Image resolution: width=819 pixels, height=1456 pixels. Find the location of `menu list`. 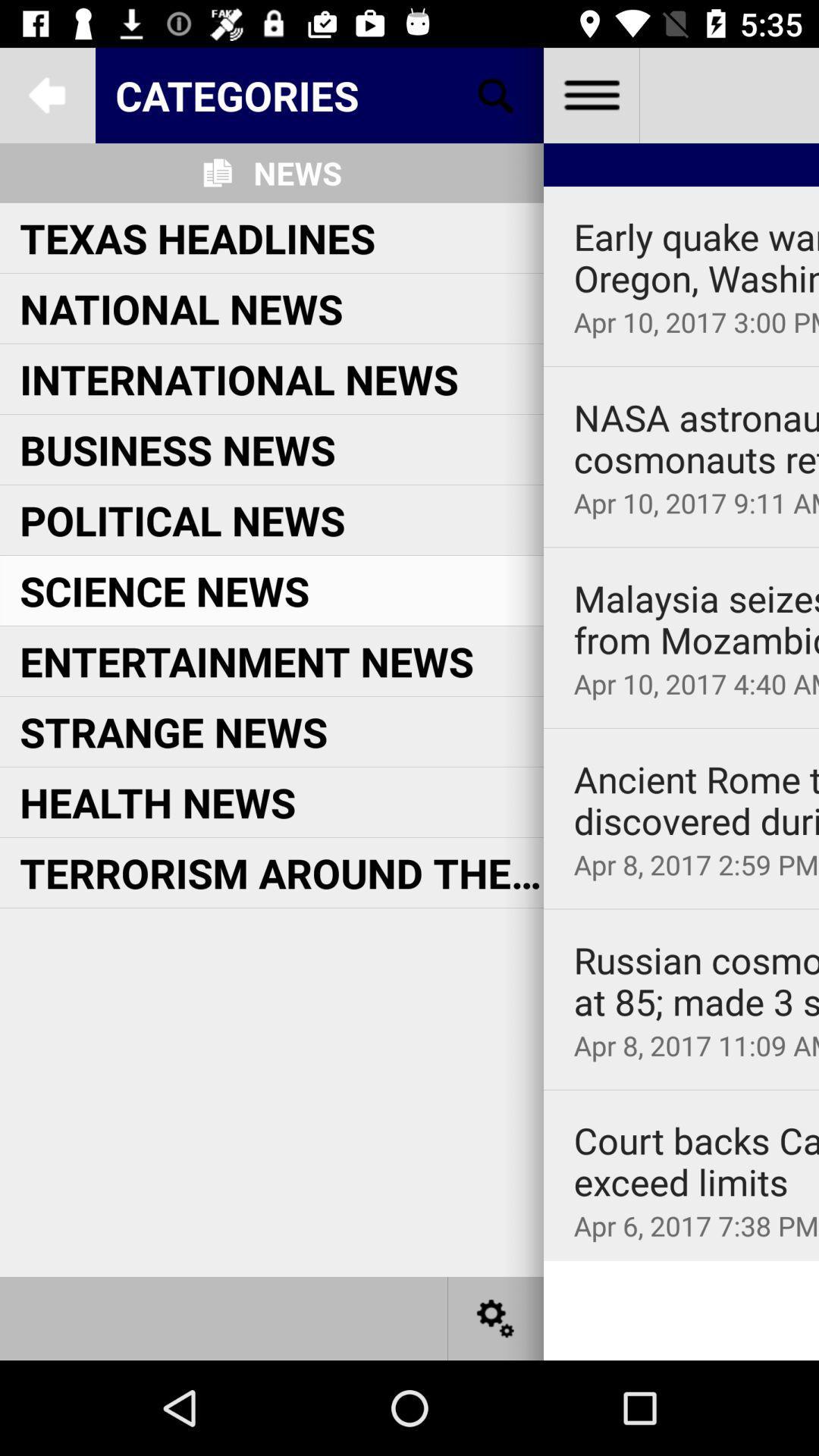

menu list is located at coordinates (590, 94).